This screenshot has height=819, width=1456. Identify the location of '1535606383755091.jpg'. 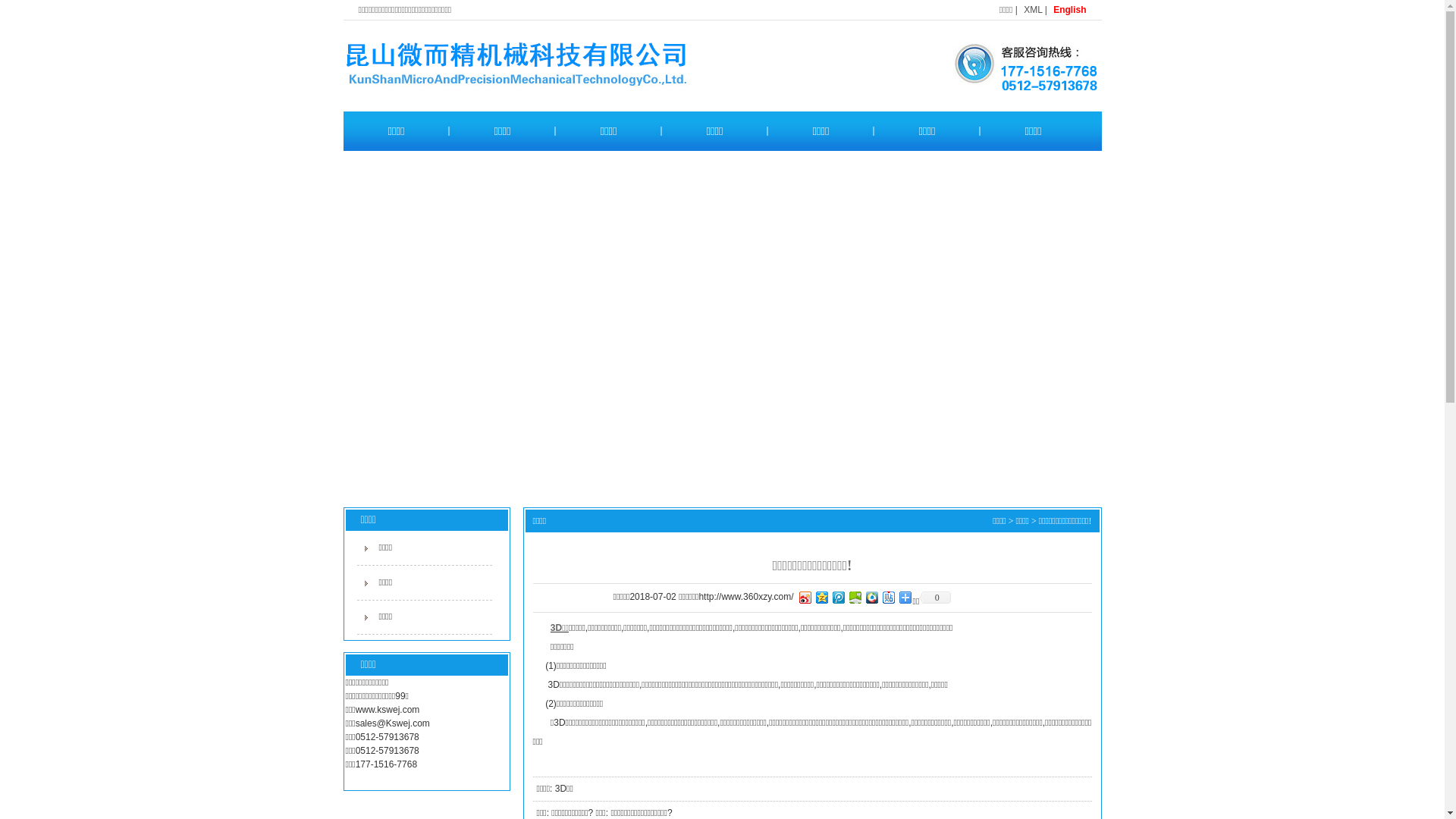
(1016, 64).